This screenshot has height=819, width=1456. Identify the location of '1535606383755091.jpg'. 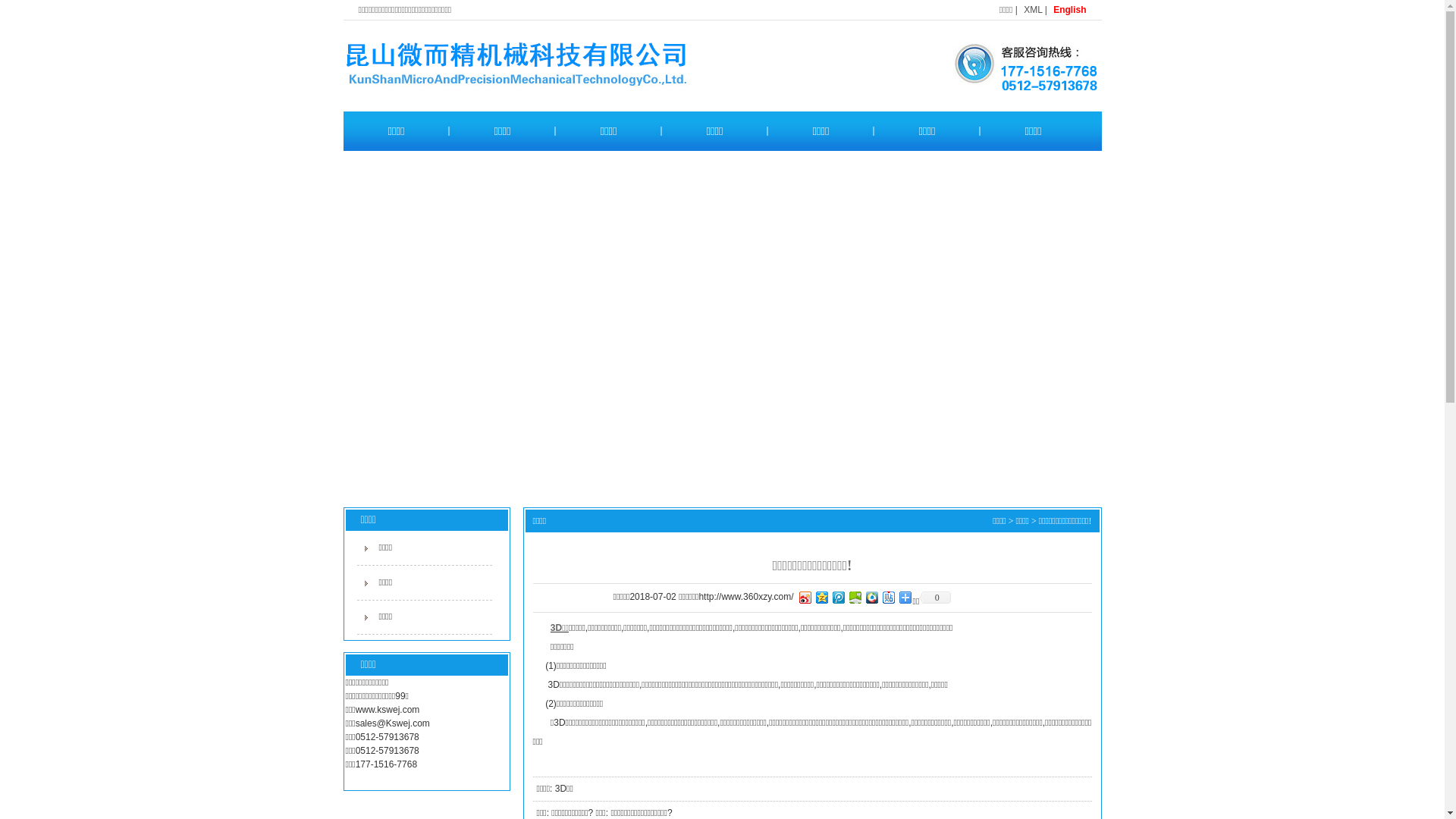
(1016, 64).